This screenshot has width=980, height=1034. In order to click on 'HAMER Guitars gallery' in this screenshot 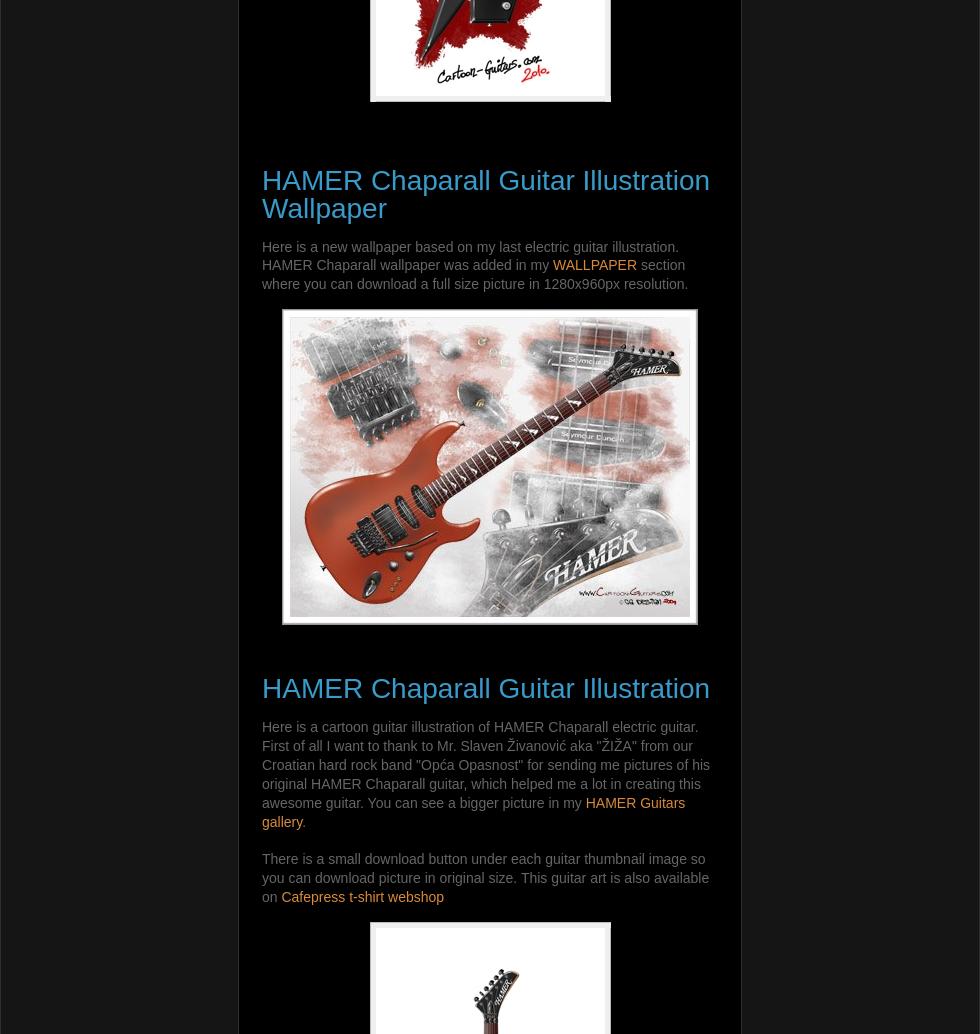, I will do `click(473, 810)`.